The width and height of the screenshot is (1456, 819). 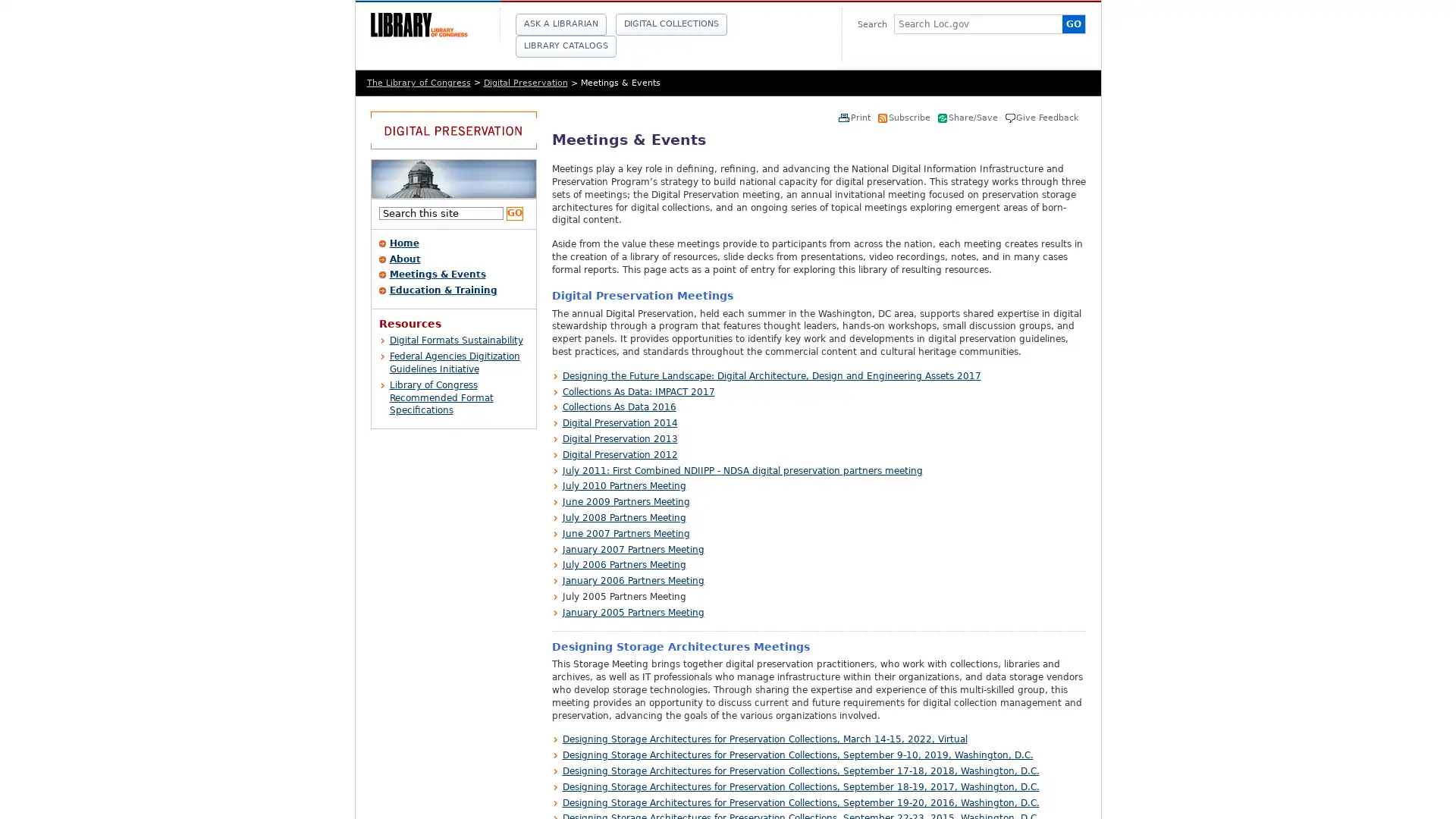 What do you see at coordinates (1072, 24) in the screenshot?
I see `GO` at bounding box center [1072, 24].